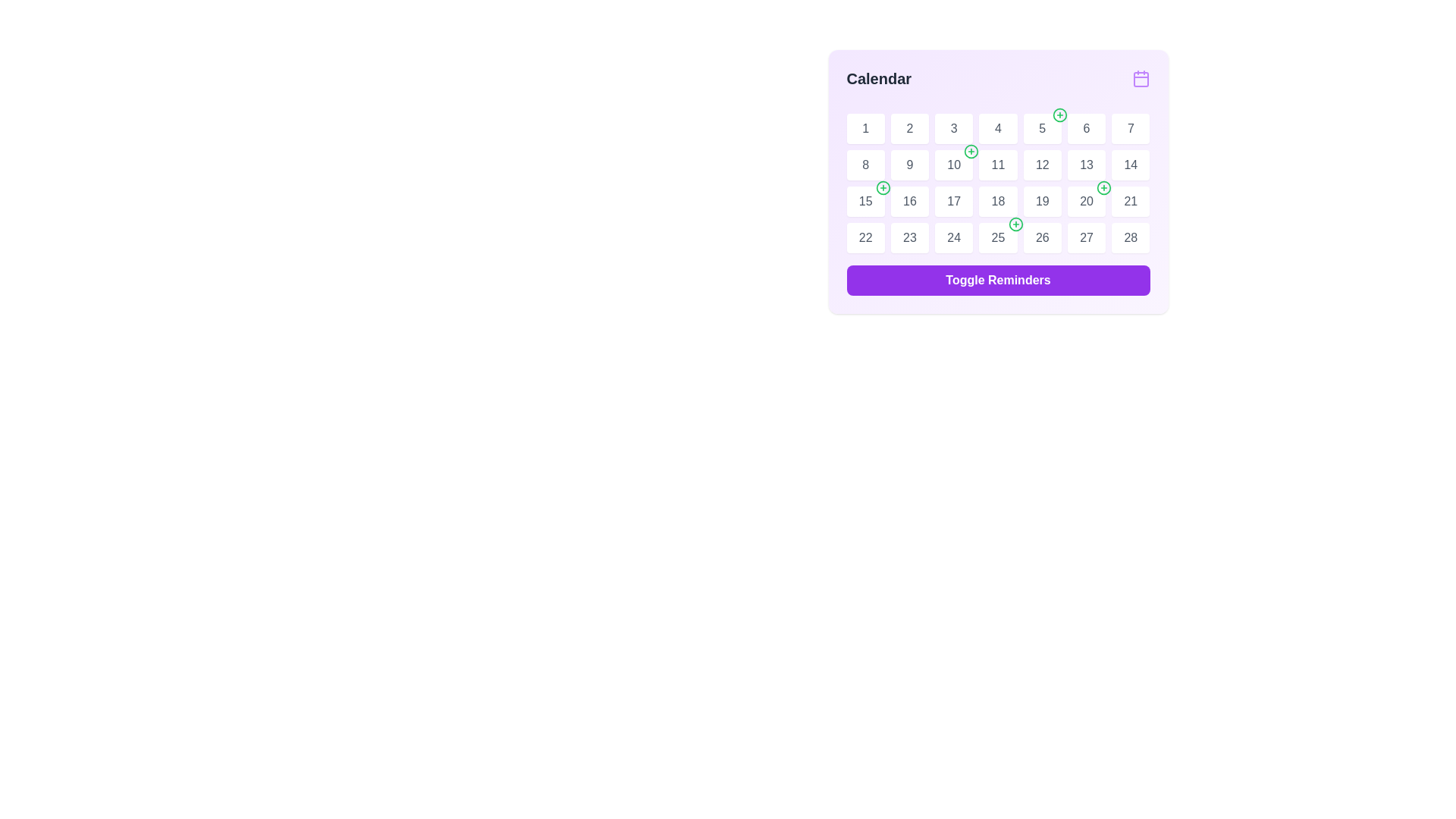 This screenshot has width=1456, height=819. Describe the element at coordinates (865, 201) in the screenshot. I see `the details of the date box showing '15' in the calendar grid, which is located in the first column of the third row` at that location.